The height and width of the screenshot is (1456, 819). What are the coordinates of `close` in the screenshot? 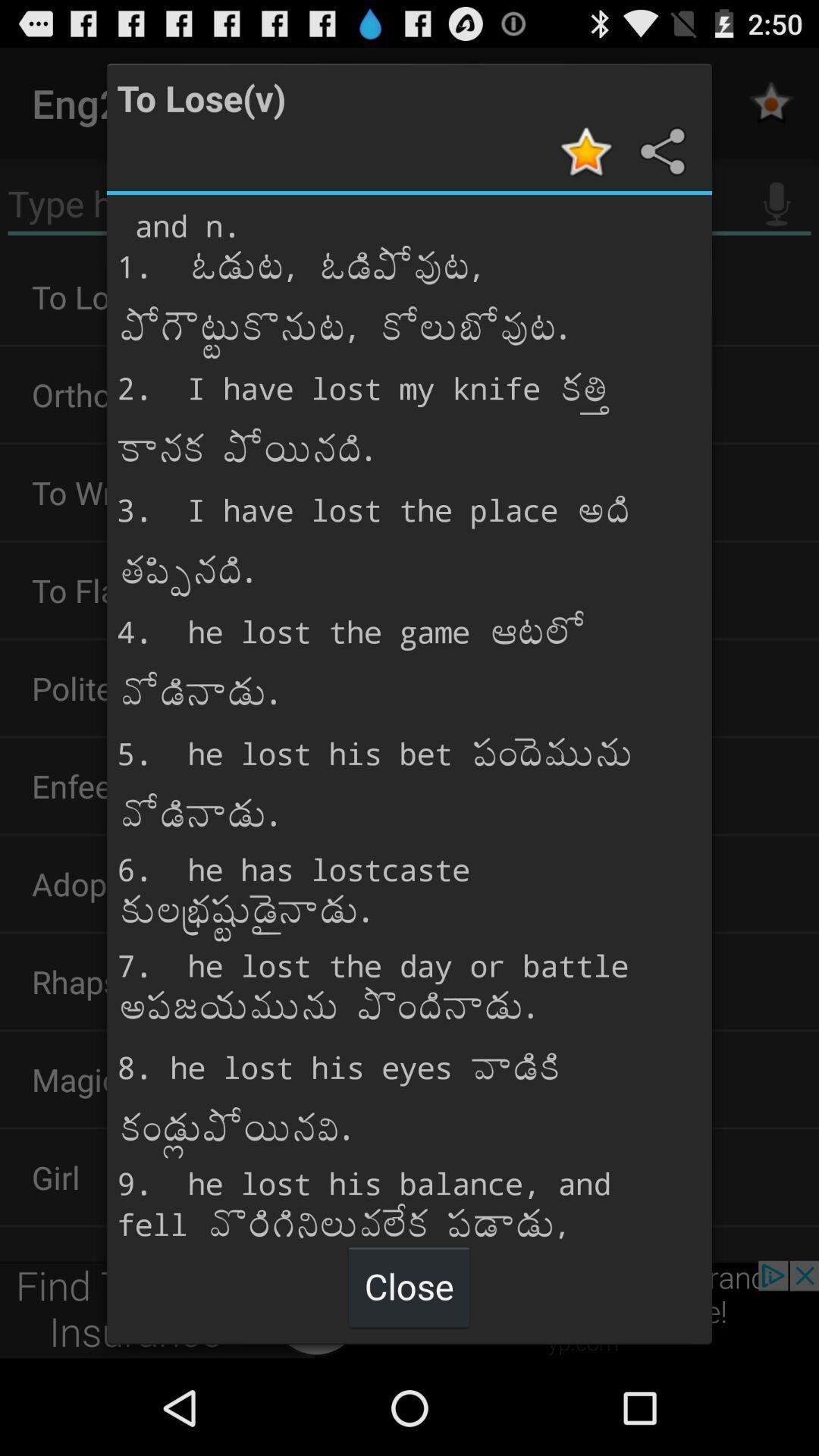 It's located at (408, 1285).